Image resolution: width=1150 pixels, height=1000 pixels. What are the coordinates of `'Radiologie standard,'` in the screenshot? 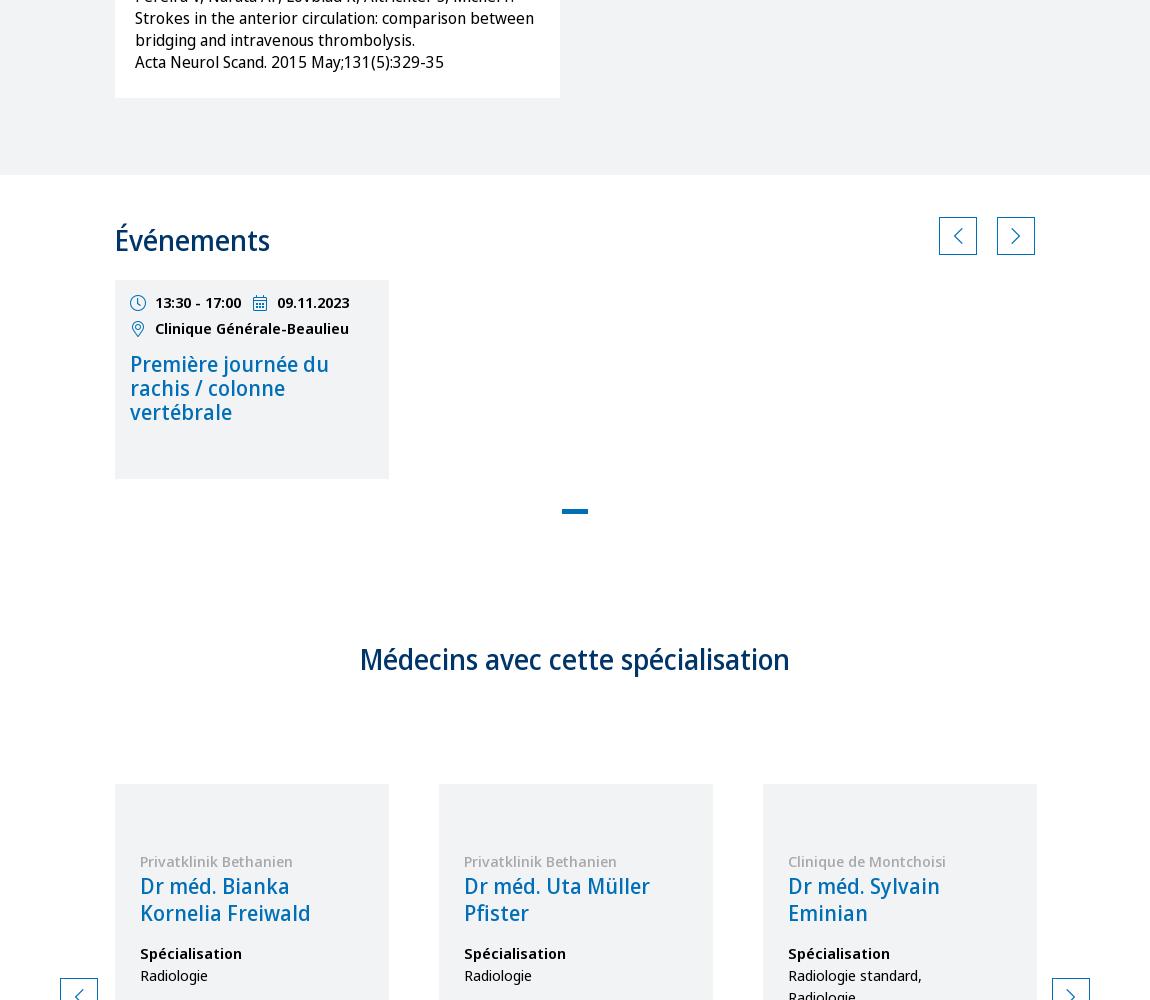 It's located at (786, 974).